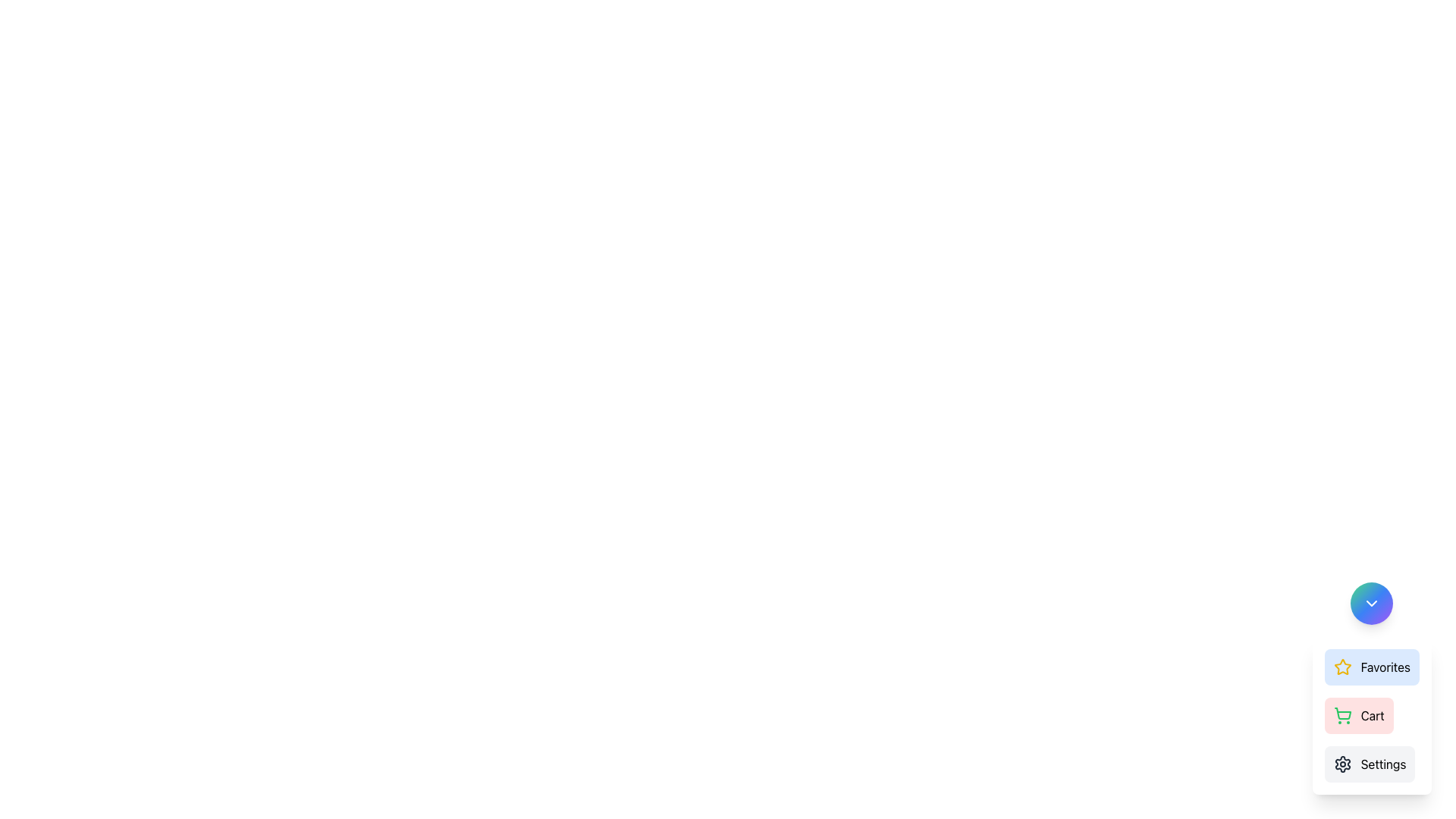 The height and width of the screenshot is (819, 1456). I want to click on the red button labeled 'Cart' with a shopping cart icon, so click(1359, 716).